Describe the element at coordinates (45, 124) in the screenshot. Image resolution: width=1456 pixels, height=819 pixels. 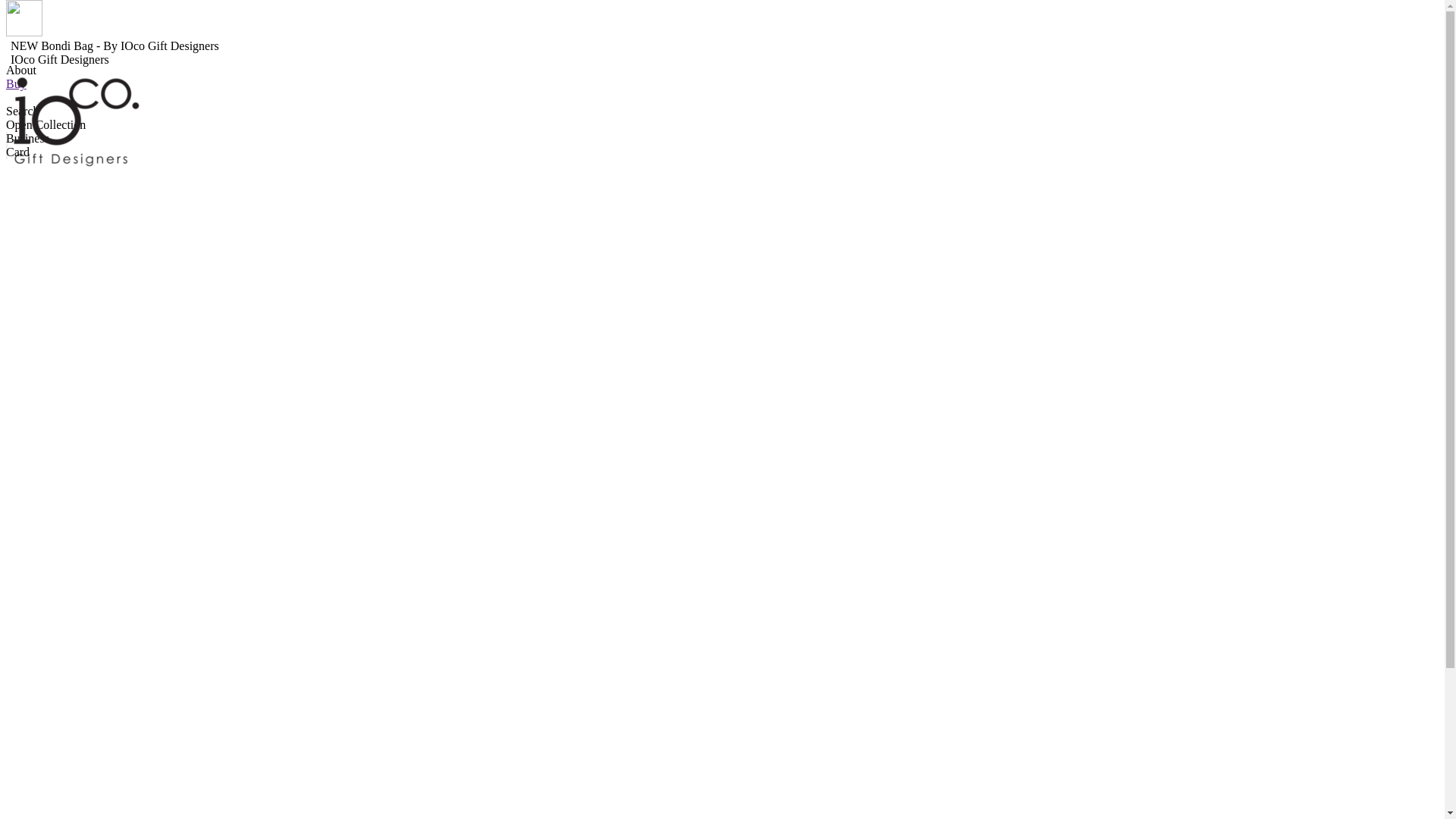
I see `'Open Collection'` at that location.